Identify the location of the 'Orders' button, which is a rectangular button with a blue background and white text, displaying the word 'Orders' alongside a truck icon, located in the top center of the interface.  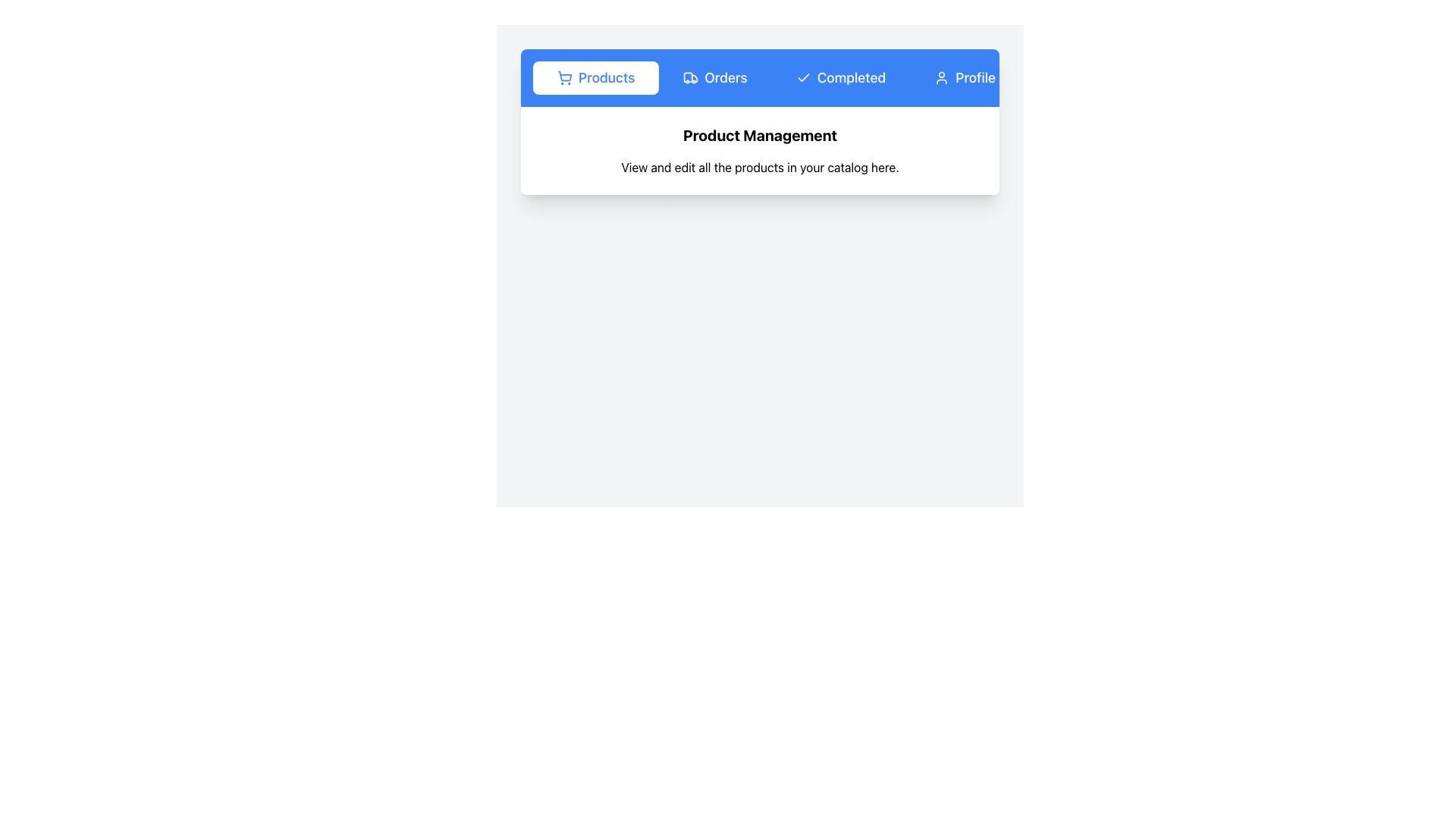
(714, 78).